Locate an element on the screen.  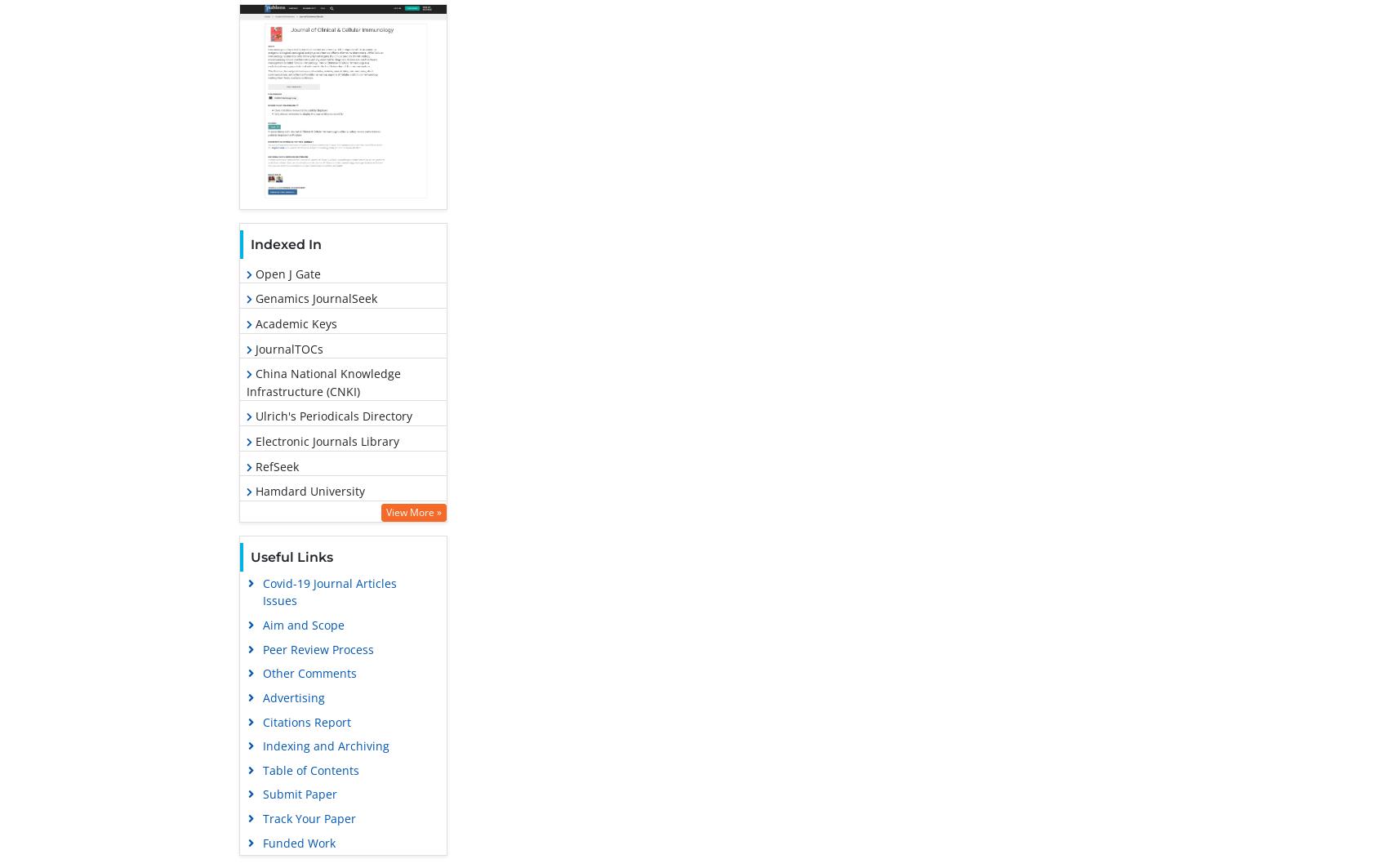
'Hamdard University' is located at coordinates (306, 490).